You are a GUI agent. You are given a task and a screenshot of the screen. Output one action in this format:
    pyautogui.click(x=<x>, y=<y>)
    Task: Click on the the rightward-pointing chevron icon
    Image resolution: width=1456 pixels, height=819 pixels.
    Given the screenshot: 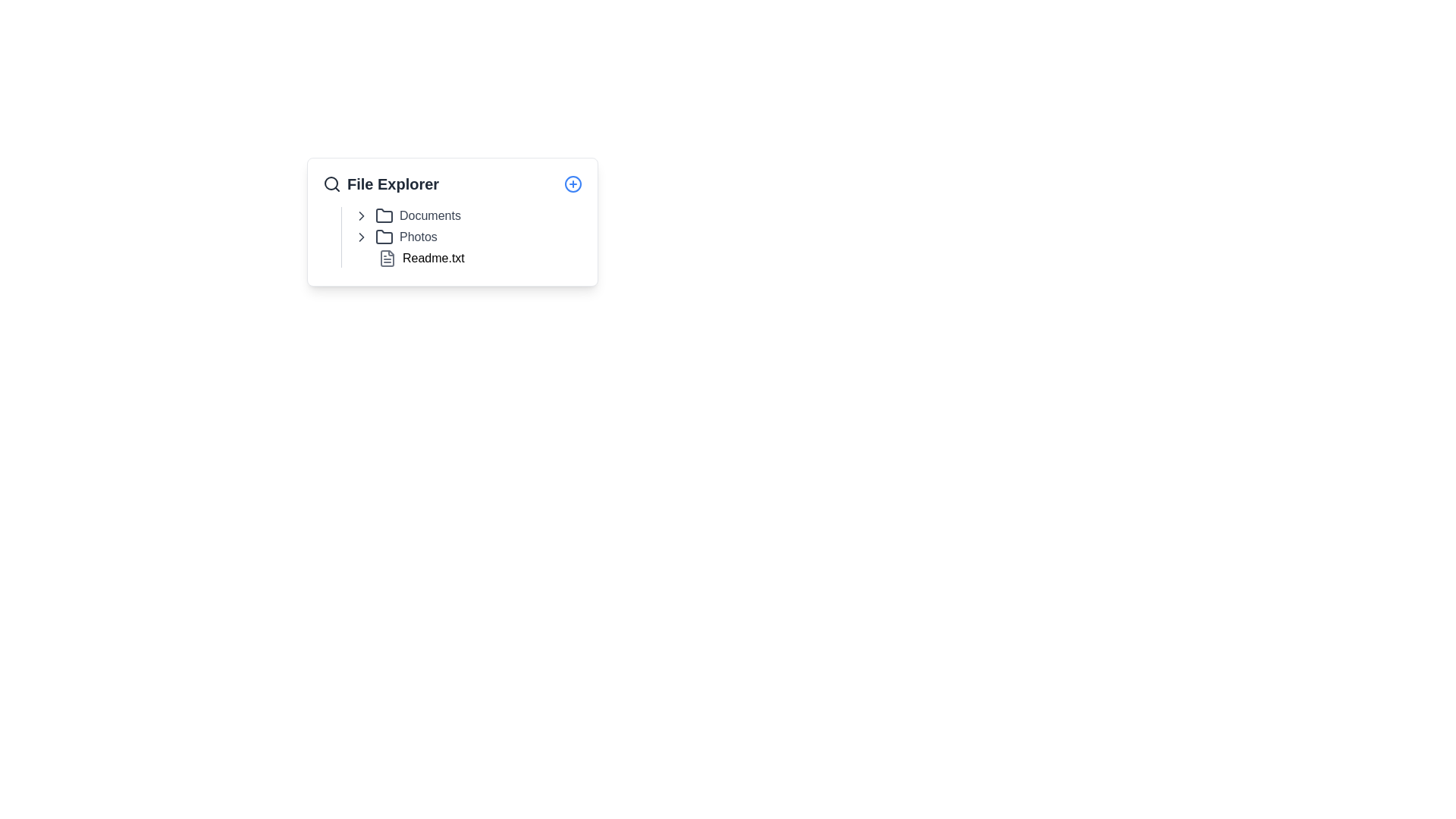 What is the action you would take?
    pyautogui.click(x=360, y=237)
    